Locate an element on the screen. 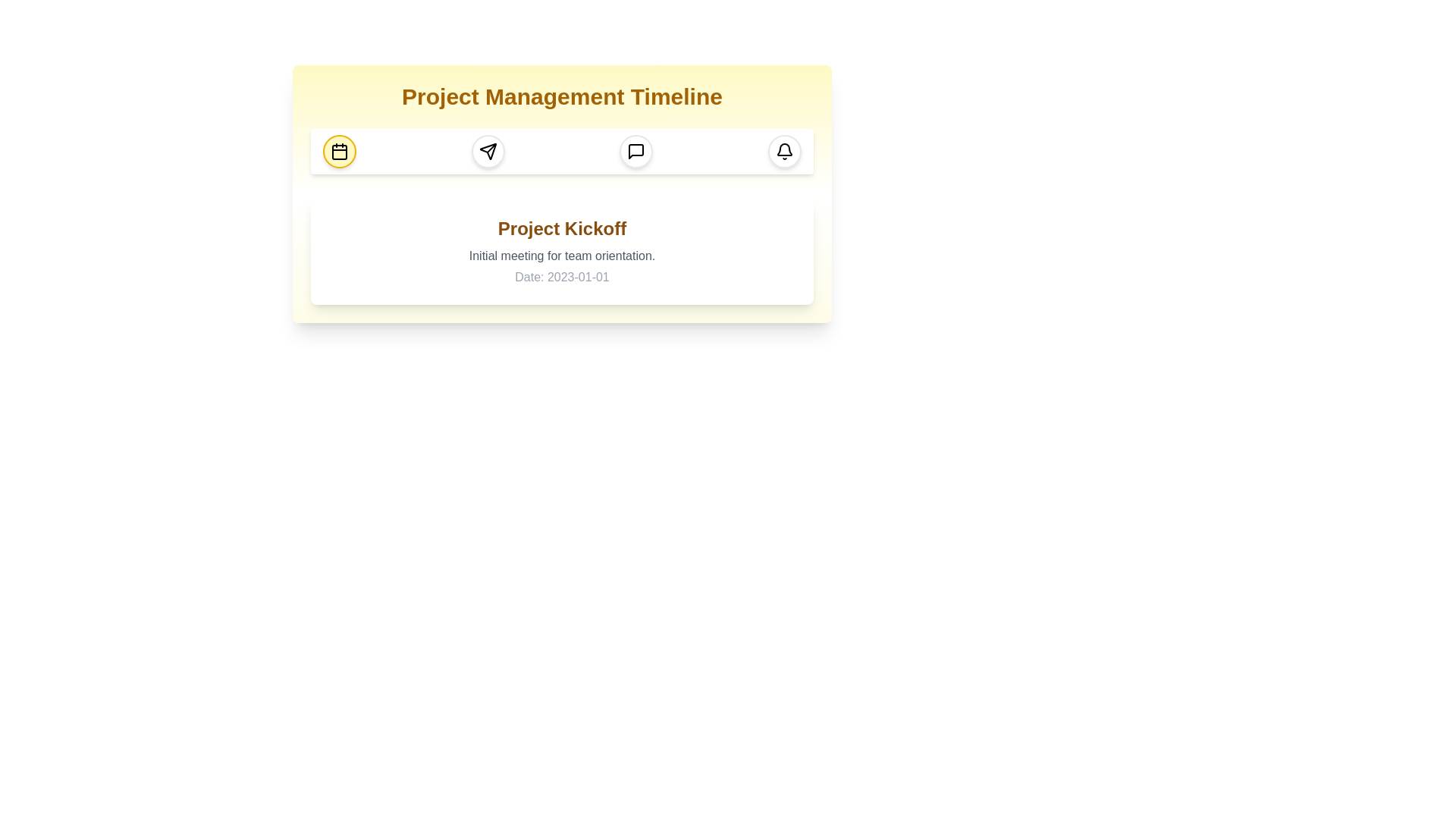 The height and width of the screenshot is (819, 1456). the navigational arrow icon located inside the second circular button from the left in the top section of the interface, which is distinguished by a white background and a red border is located at coordinates (488, 152).